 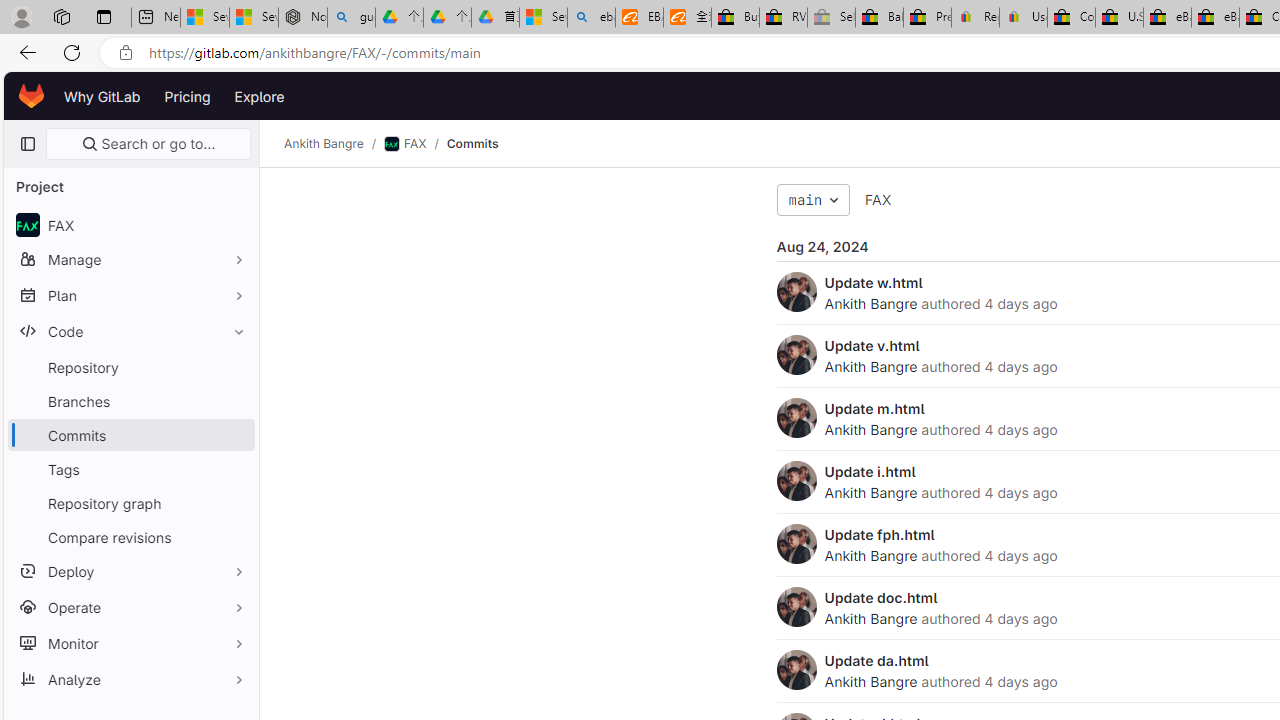 What do you see at coordinates (130, 536) in the screenshot?
I see `'Compare revisions'` at bounding box center [130, 536].